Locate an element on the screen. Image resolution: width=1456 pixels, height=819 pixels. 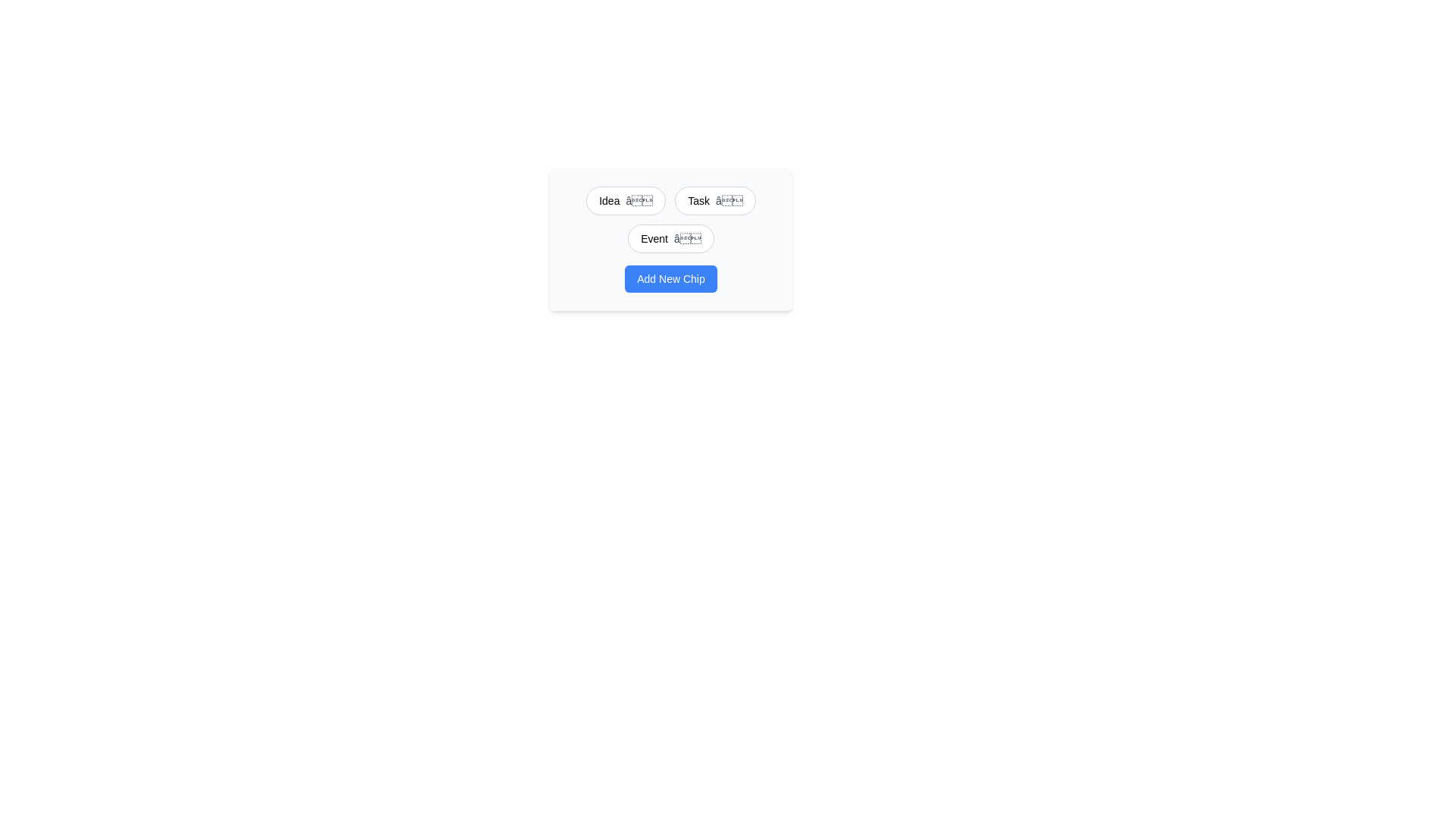
the 'Add New Chip' button to add a new chip is located at coordinates (670, 278).